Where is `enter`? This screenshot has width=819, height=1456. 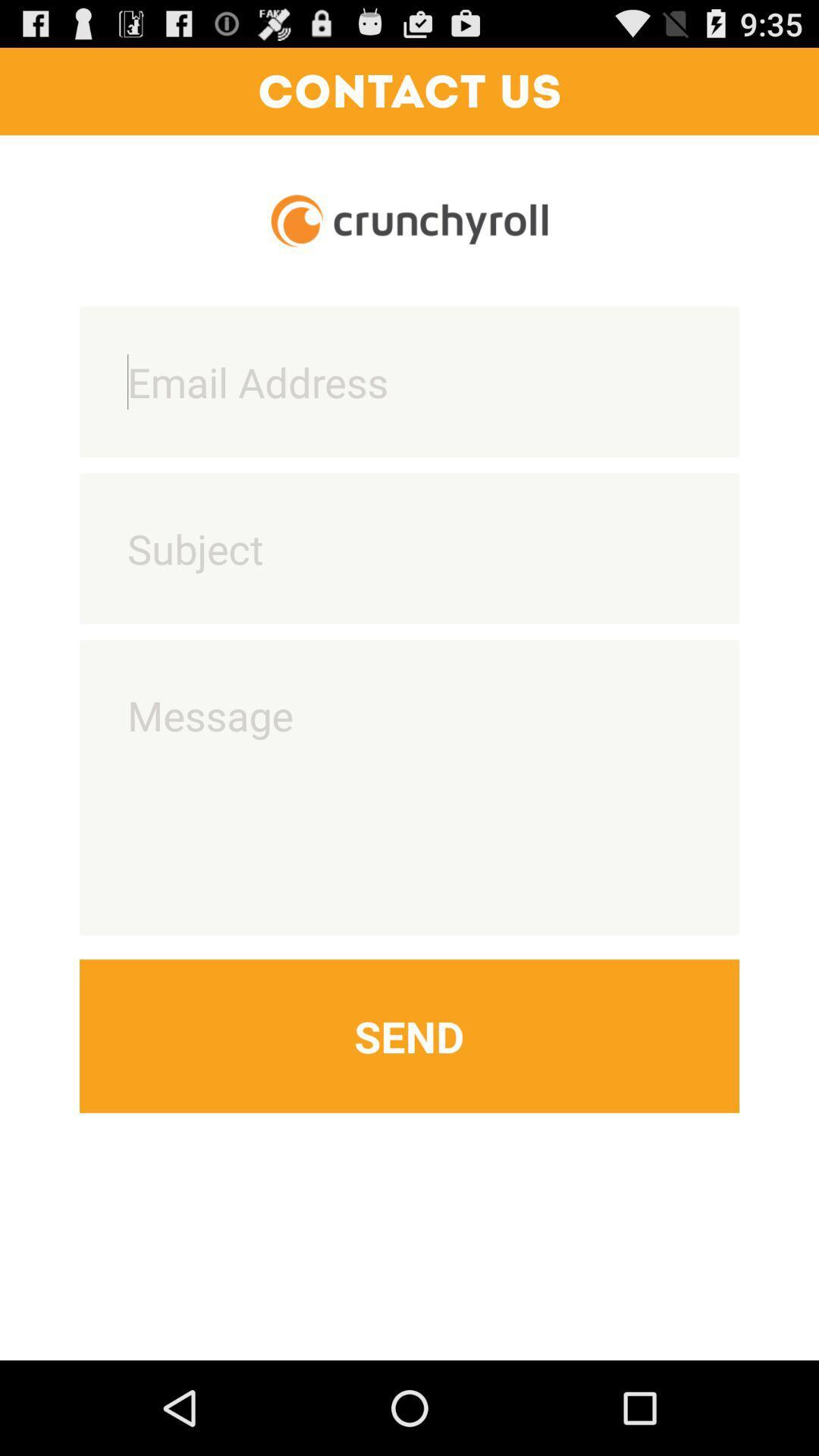 enter is located at coordinates (409, 548).